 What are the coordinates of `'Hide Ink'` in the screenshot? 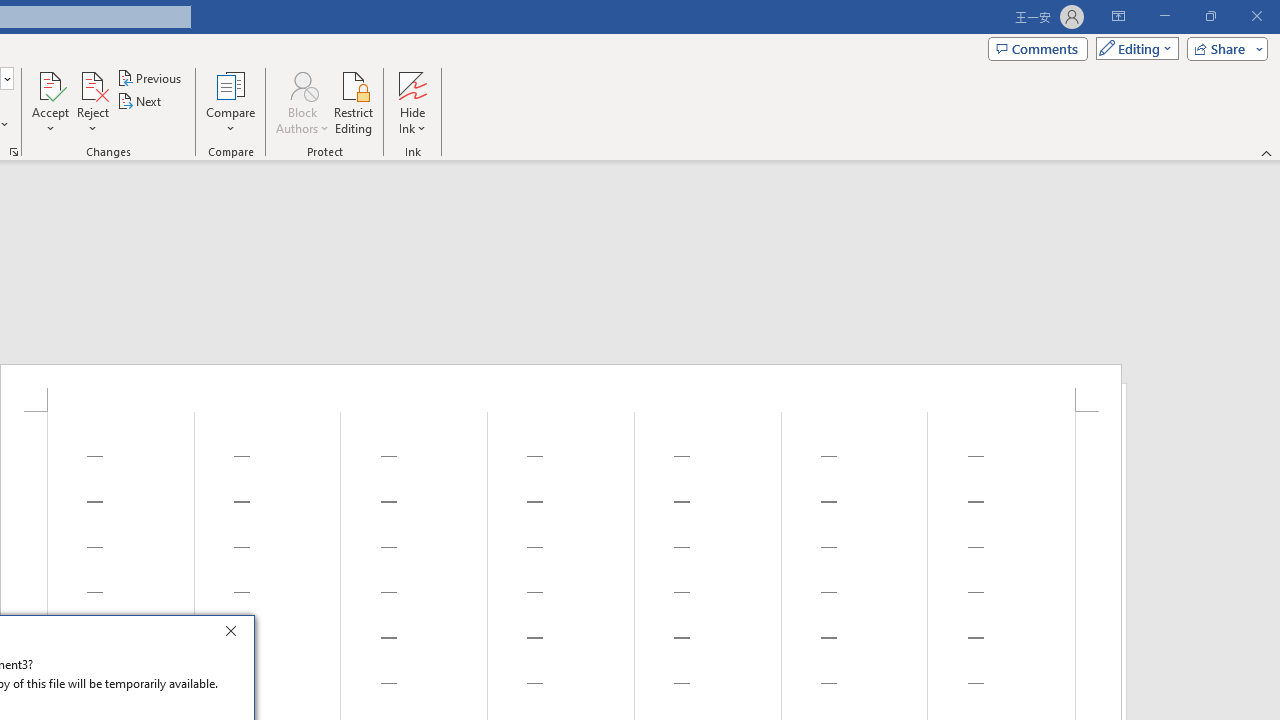 It's located at (411, 84).